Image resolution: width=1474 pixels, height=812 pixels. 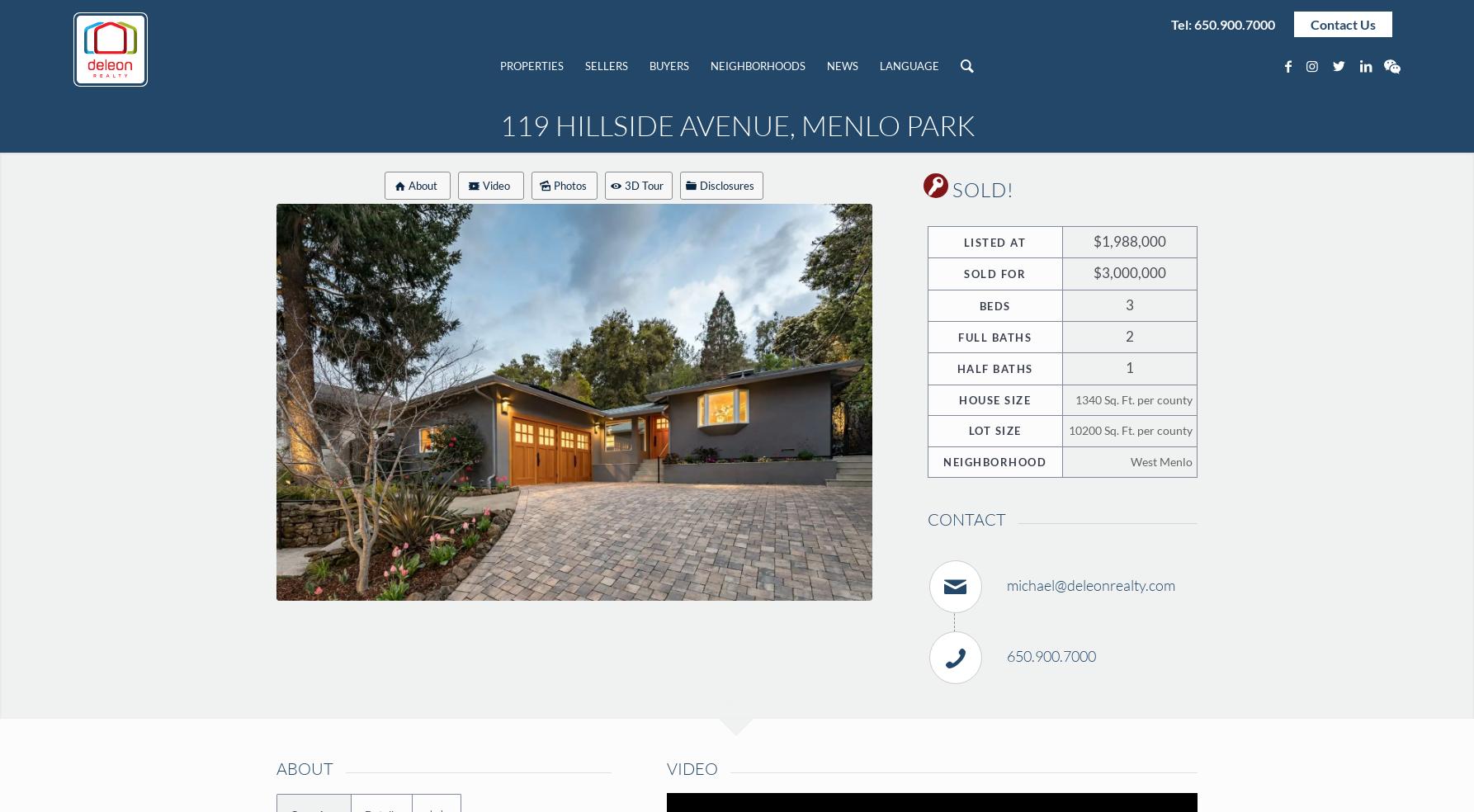 What do you see at coordinates (1221, 23) in the screenshot?
I see `'Tel: 650.900.7000'` at bounding box center [1221, 23].